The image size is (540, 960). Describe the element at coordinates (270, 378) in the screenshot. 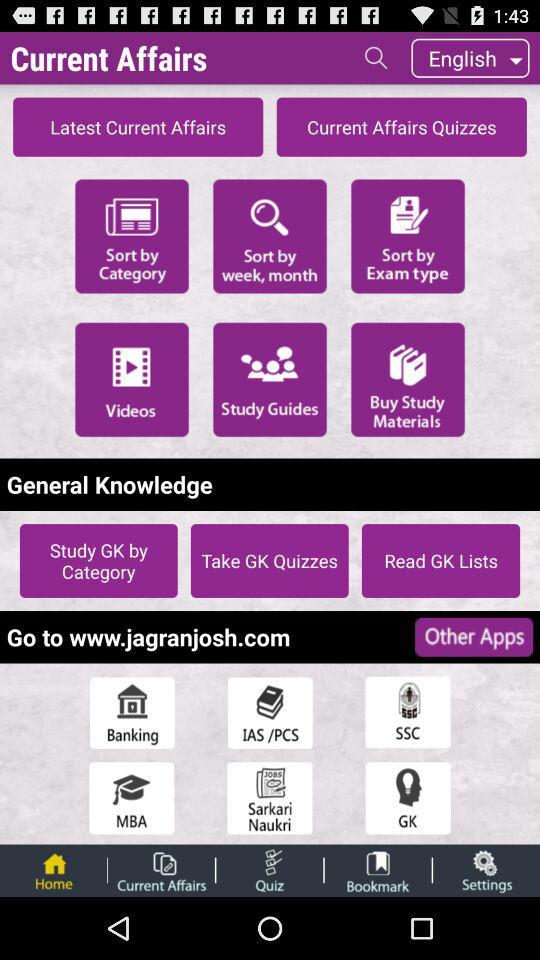

I see `available study guides` at that location.